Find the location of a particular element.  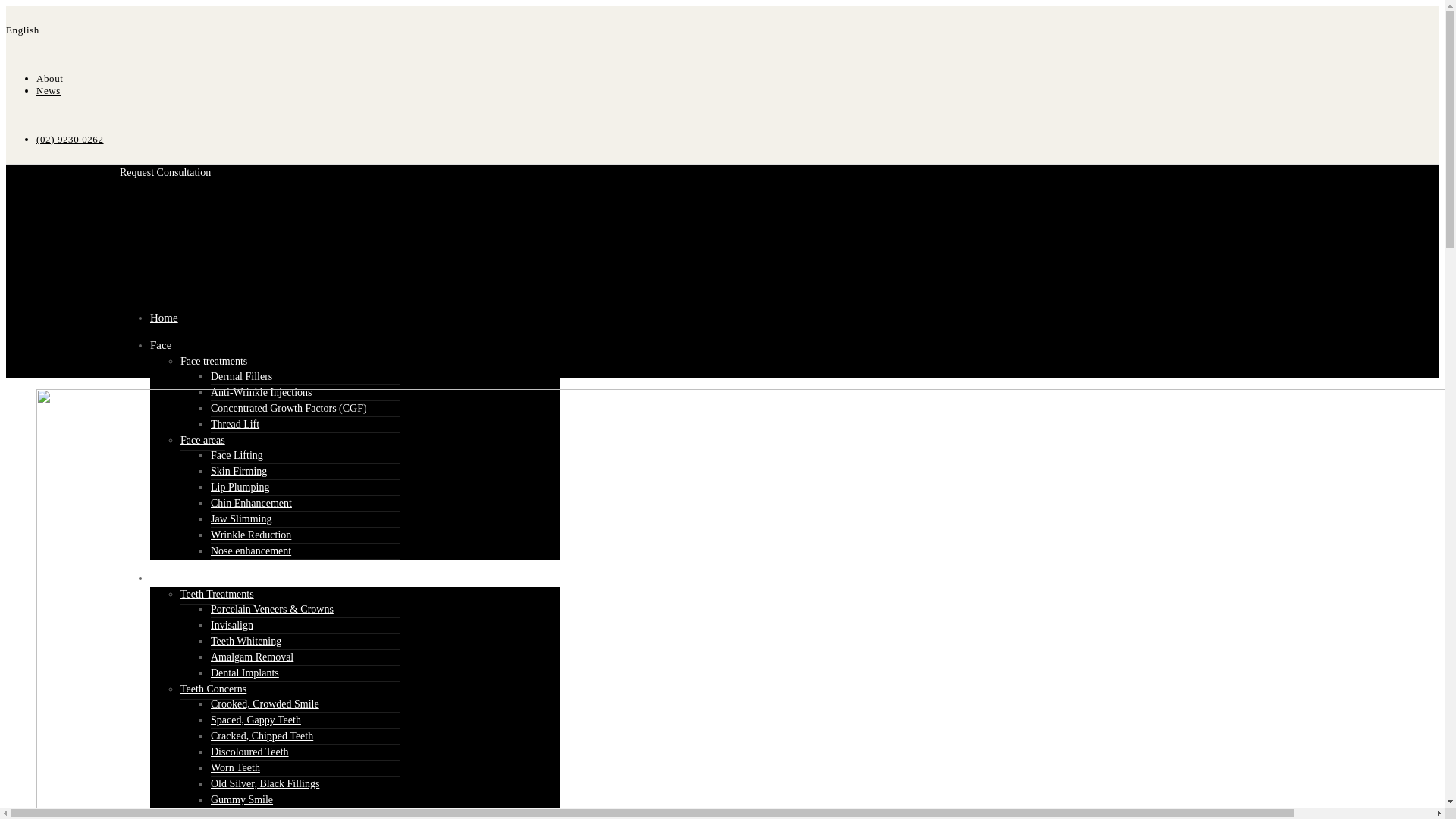

'Dental Implants' is located at coordinates (210, 672).